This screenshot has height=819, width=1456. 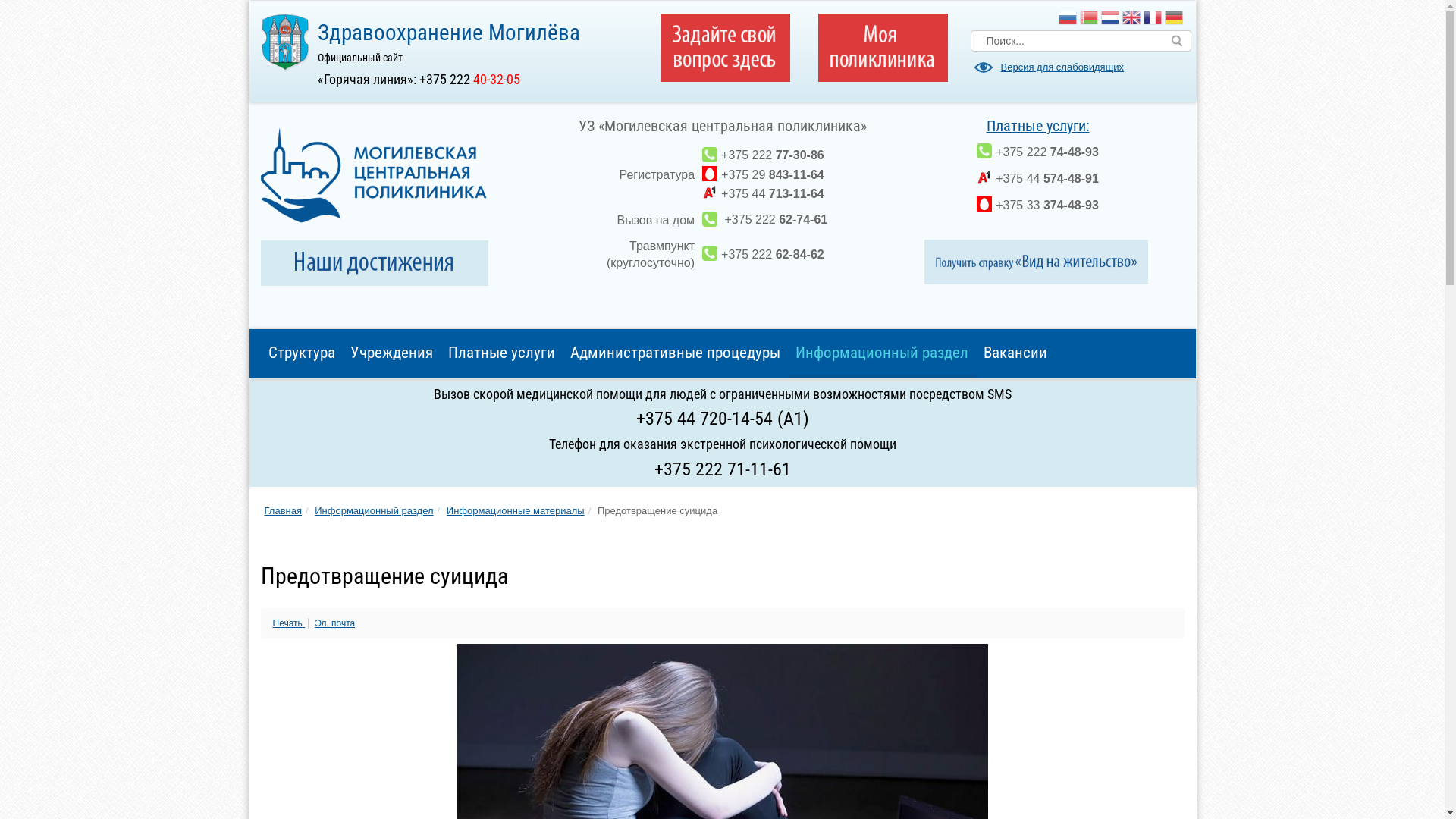 What do you see at coordinates (1131, 17) in the screenshot?
I see `'English'` at bounding box center [1131, 17].